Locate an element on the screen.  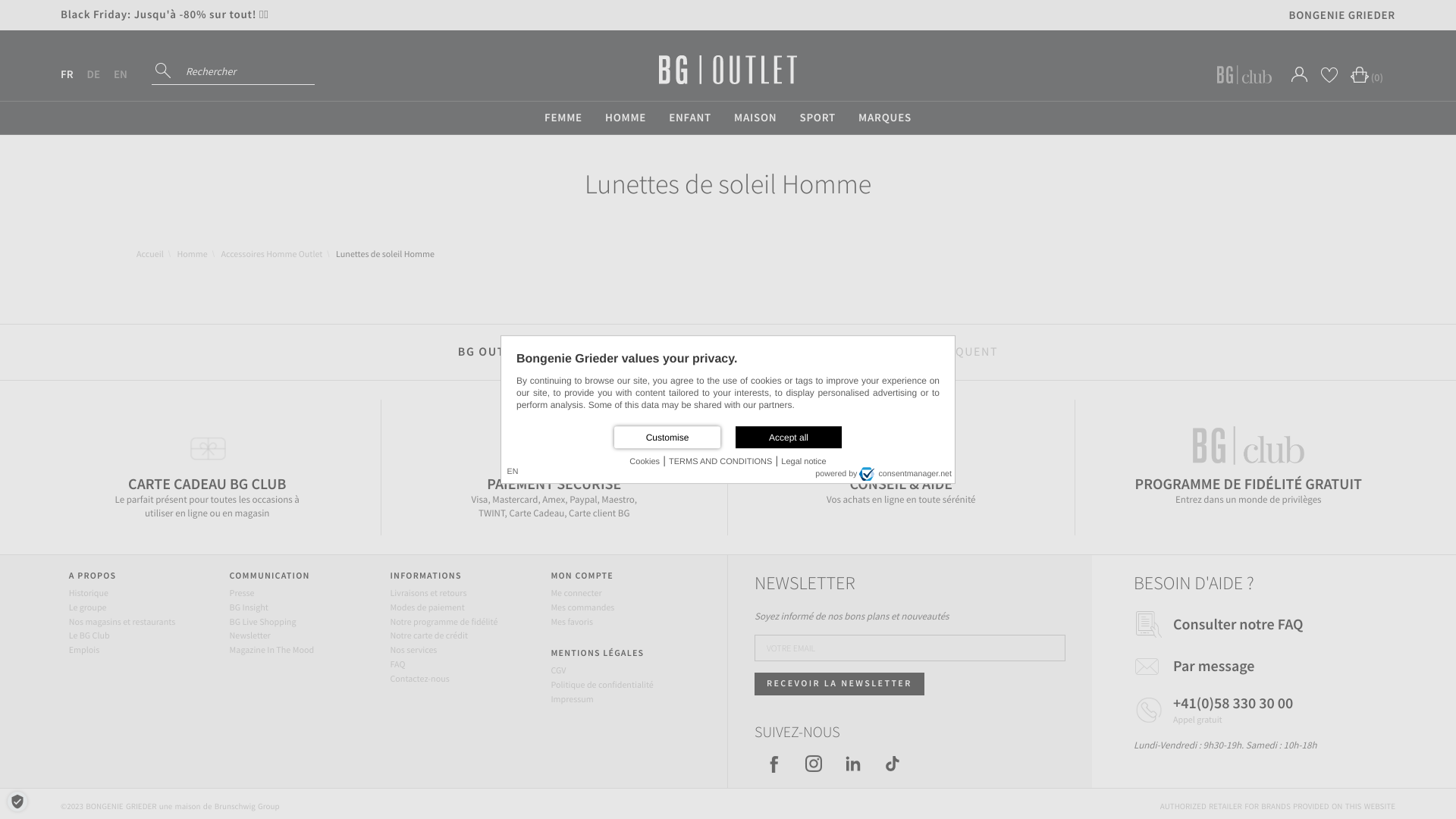
'Rechercher' is located at coordinates (165, 71).